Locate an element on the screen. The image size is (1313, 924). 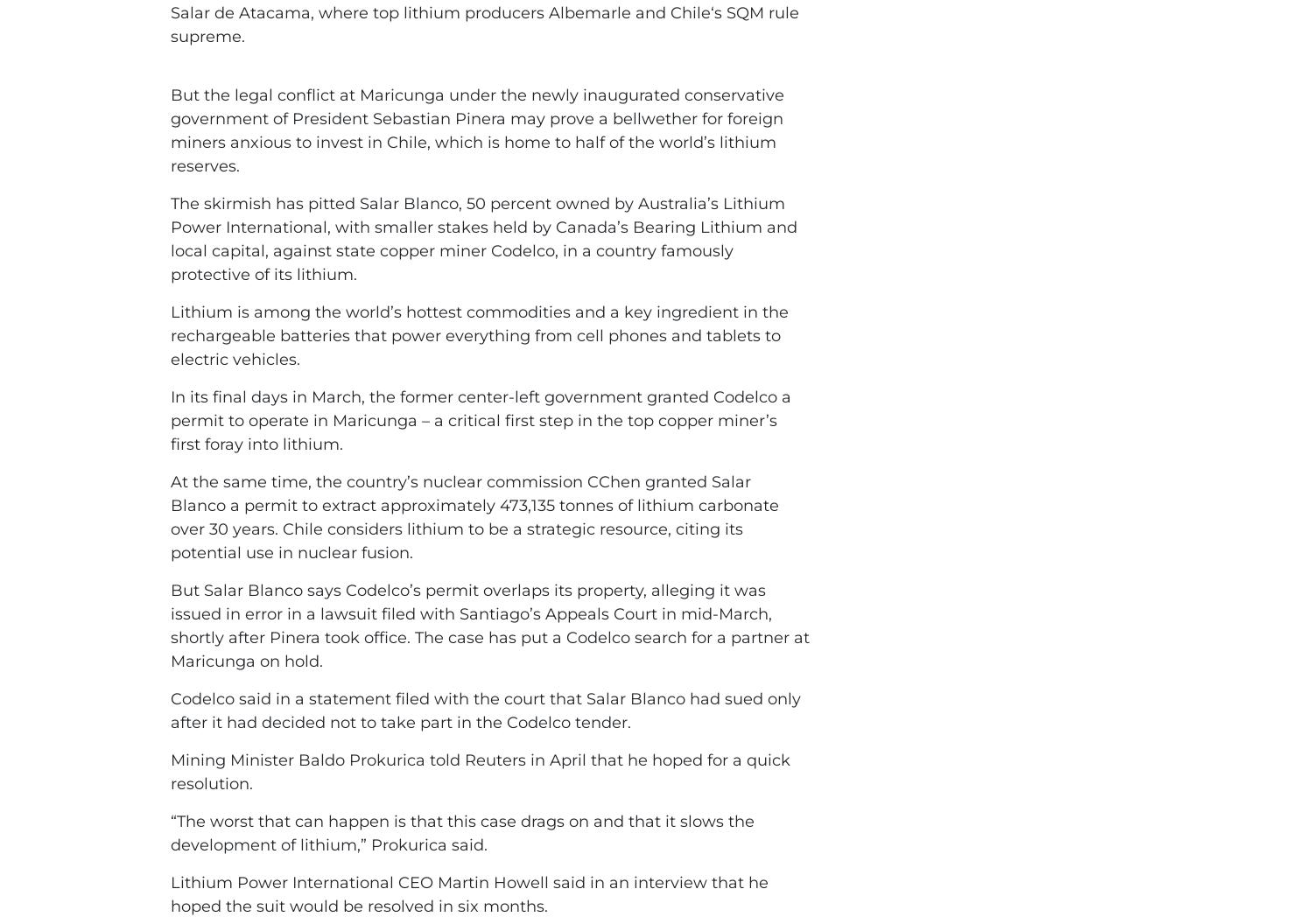
'At the same time, the country’s nuclear commission CChen granted Salar Blanco a permit to extract approximately 473,135 tonnes of lithium carbonate over 30 years.' is located at coordinates (474, 505).